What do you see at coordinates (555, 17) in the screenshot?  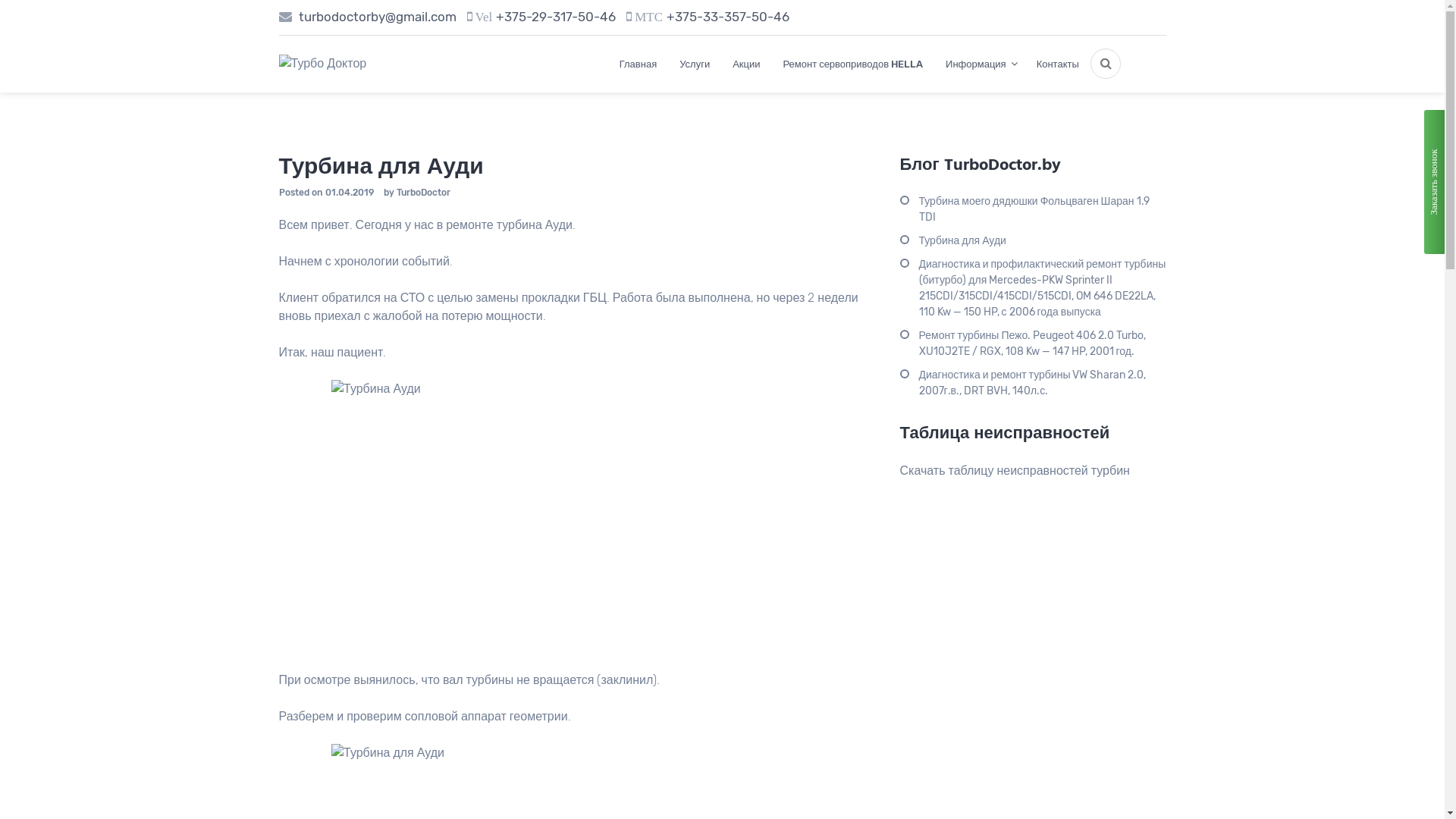 I see `'+375-29-317-50-46'` at bounding box center [555, 17].